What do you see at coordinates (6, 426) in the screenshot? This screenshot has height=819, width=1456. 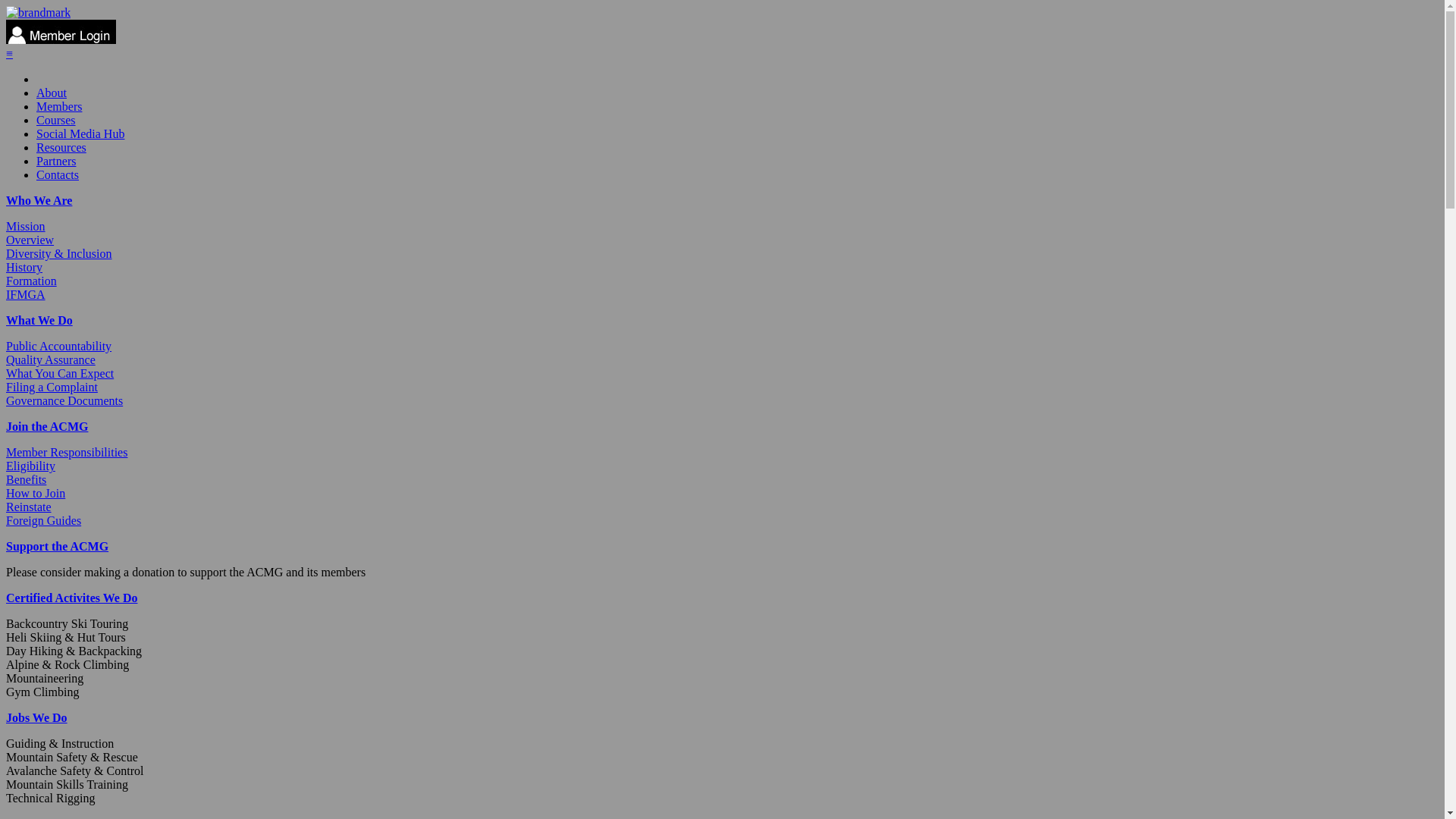 I see `'Join the ACMG'` at bounding box center [6, 426].